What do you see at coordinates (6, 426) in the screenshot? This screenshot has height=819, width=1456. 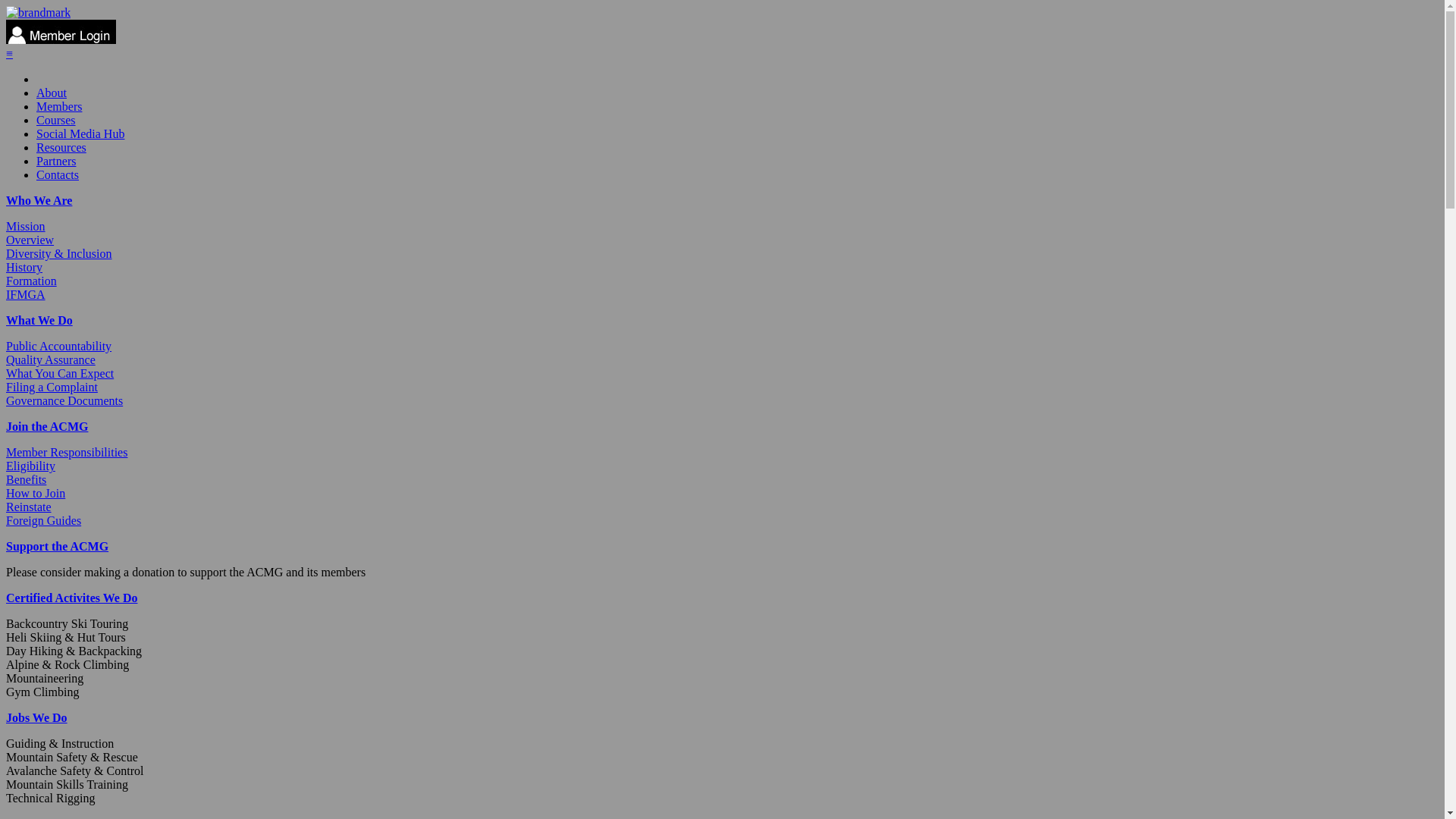 I see `'Join the ACMG'` at bounding box center [6, 426].